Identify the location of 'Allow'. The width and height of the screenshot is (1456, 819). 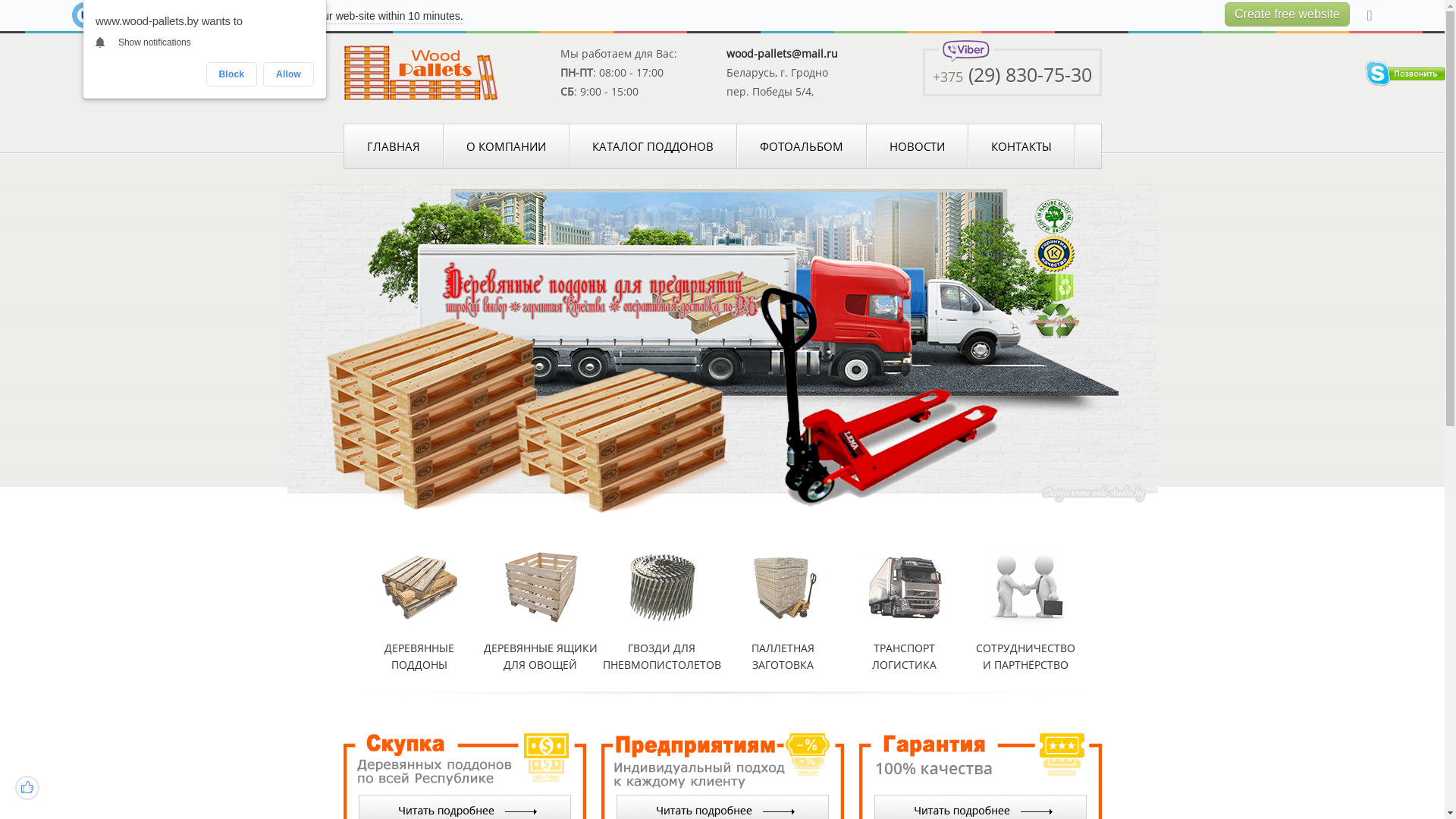
(288, 74).